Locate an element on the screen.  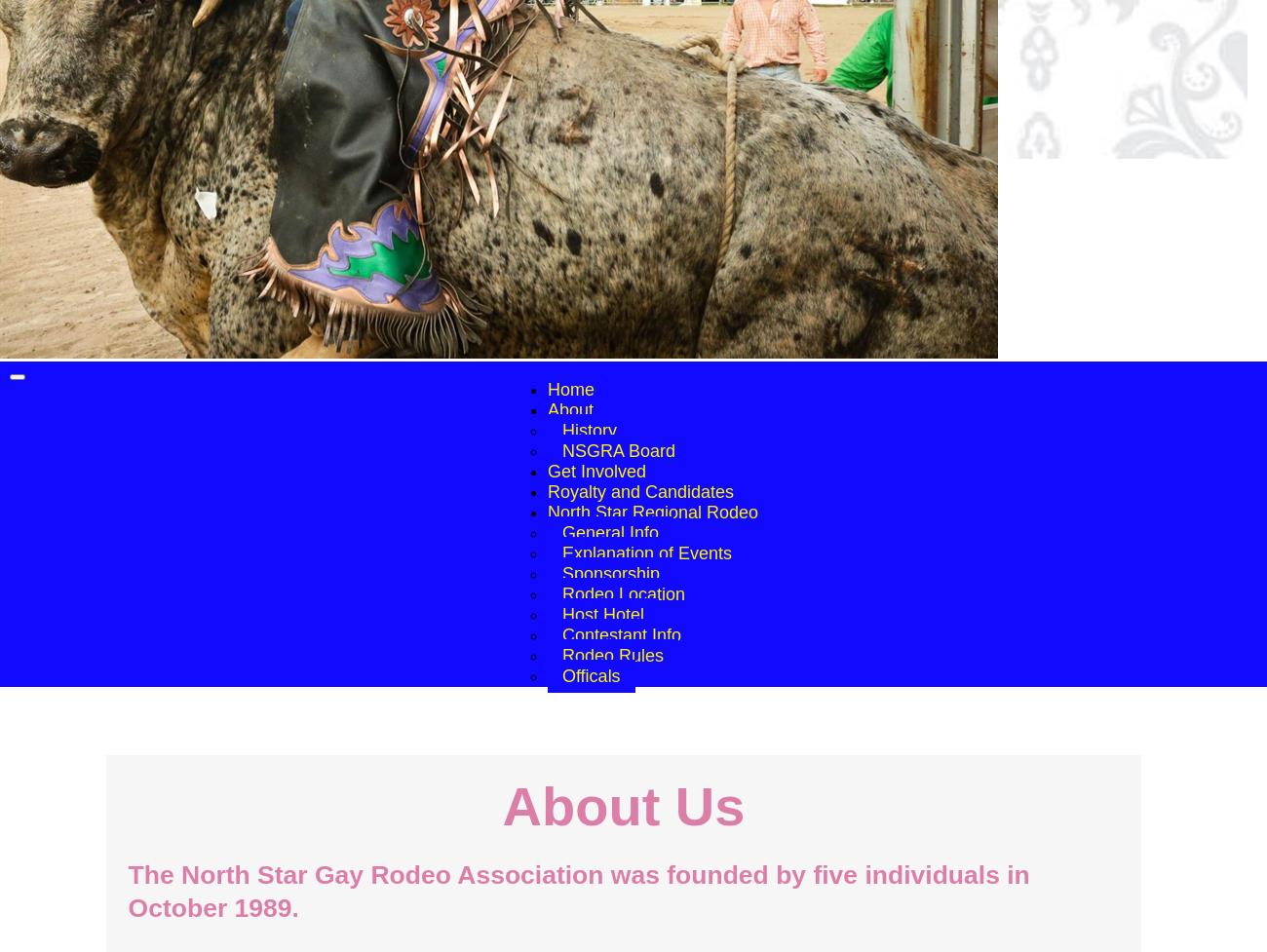
'About' is located at coordinates (568, 409).